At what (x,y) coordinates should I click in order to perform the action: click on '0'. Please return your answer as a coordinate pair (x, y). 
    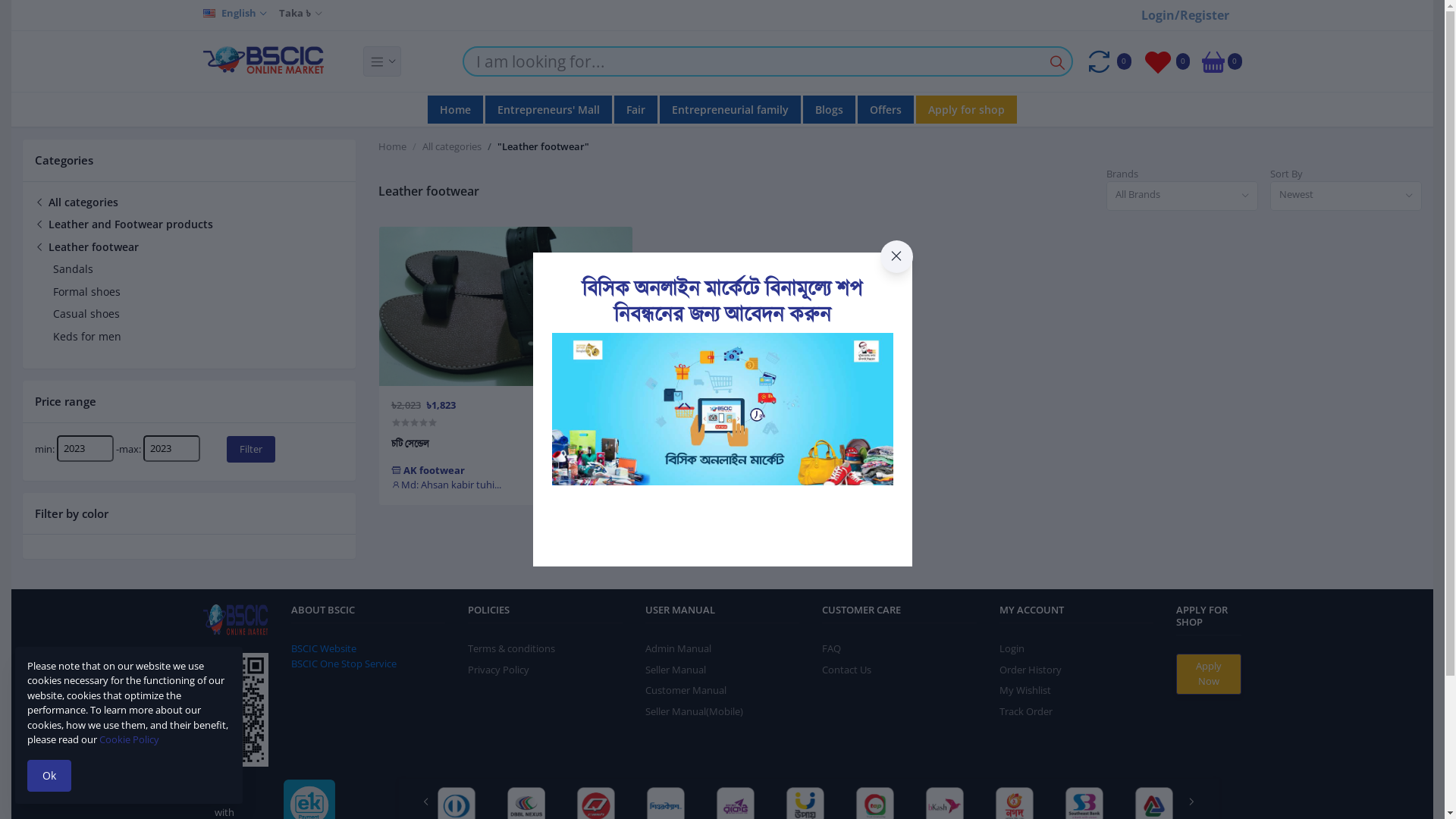
    Looking at the image, I should click on (1200, 61).